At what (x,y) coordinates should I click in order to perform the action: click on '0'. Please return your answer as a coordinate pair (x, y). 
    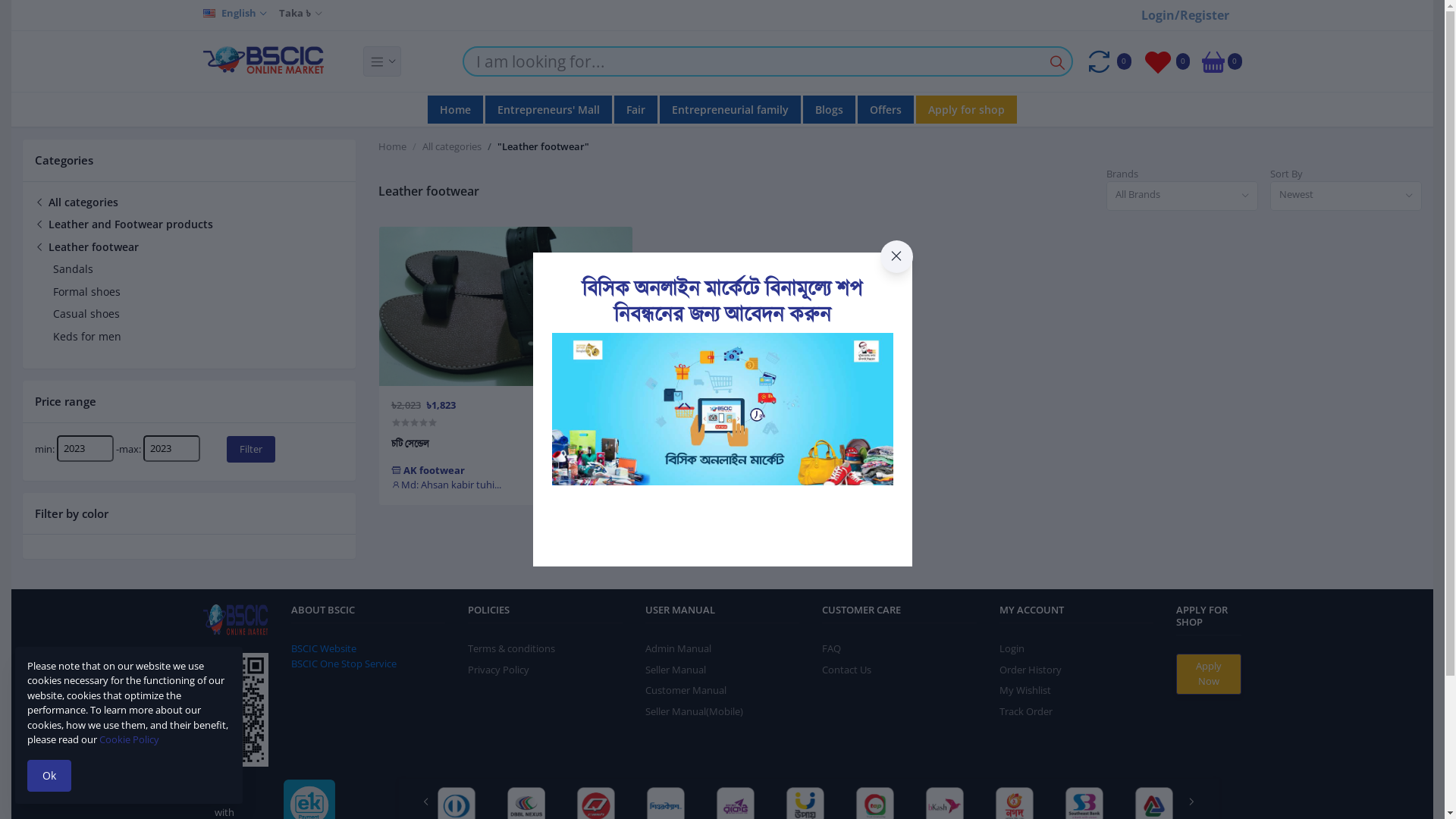
    Looking at the image, I should click on (1200, 61).